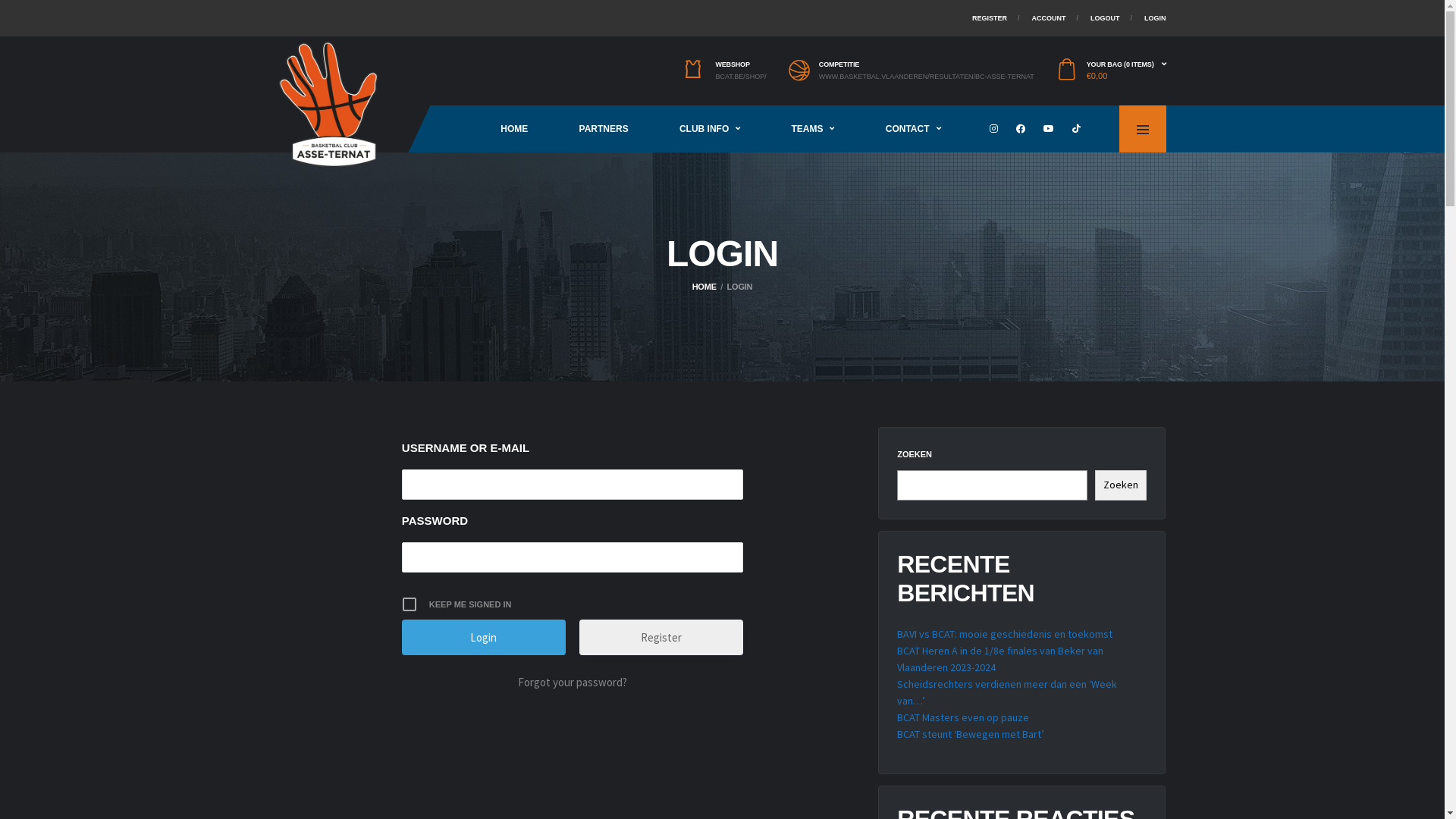  I want to click on 'CONTACT', so click(859, 127).